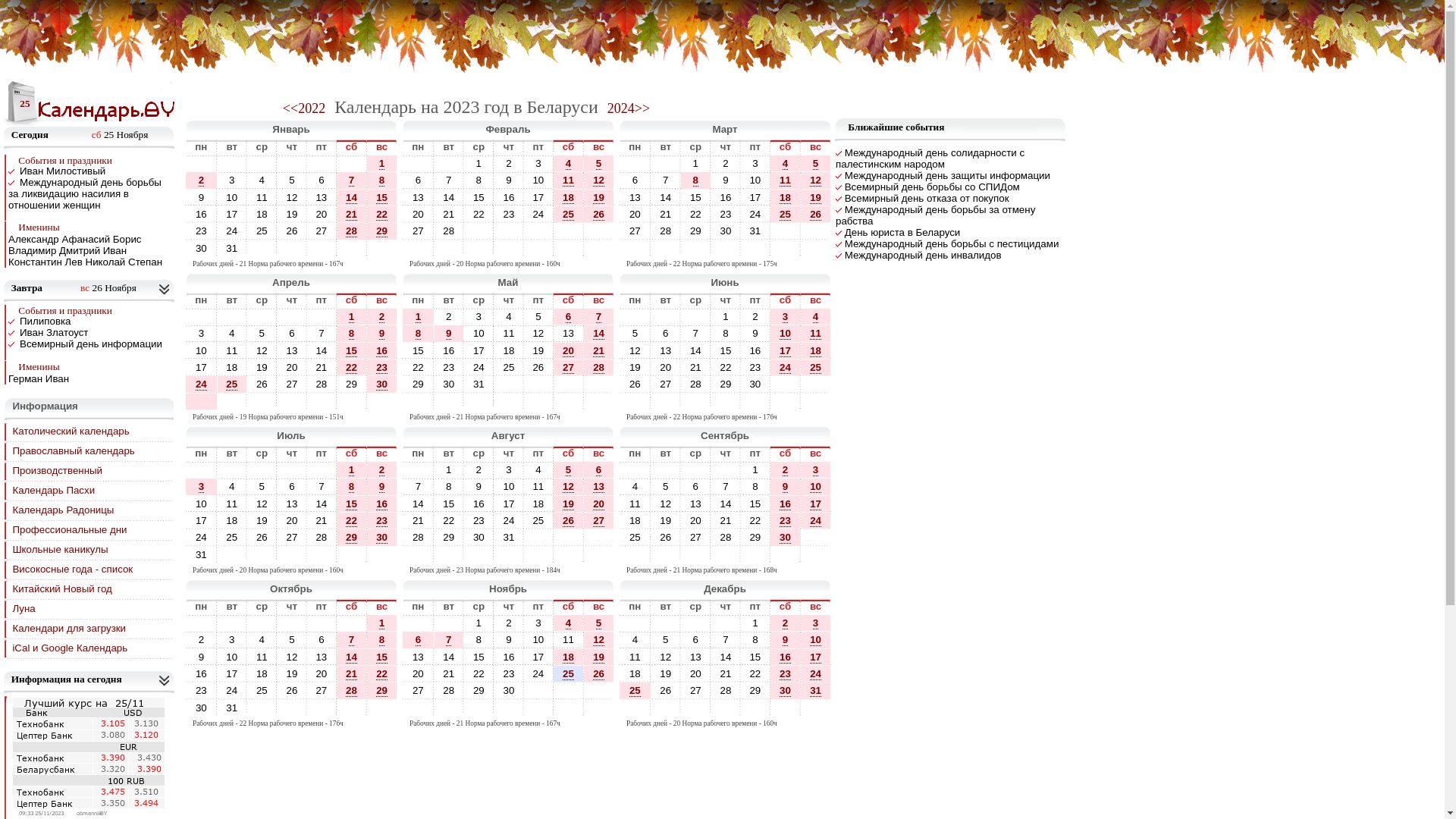 The image size is (1456, 819). Describe the element at coordinates (350, 196) in the screenshot. I see `'14'` at that location.